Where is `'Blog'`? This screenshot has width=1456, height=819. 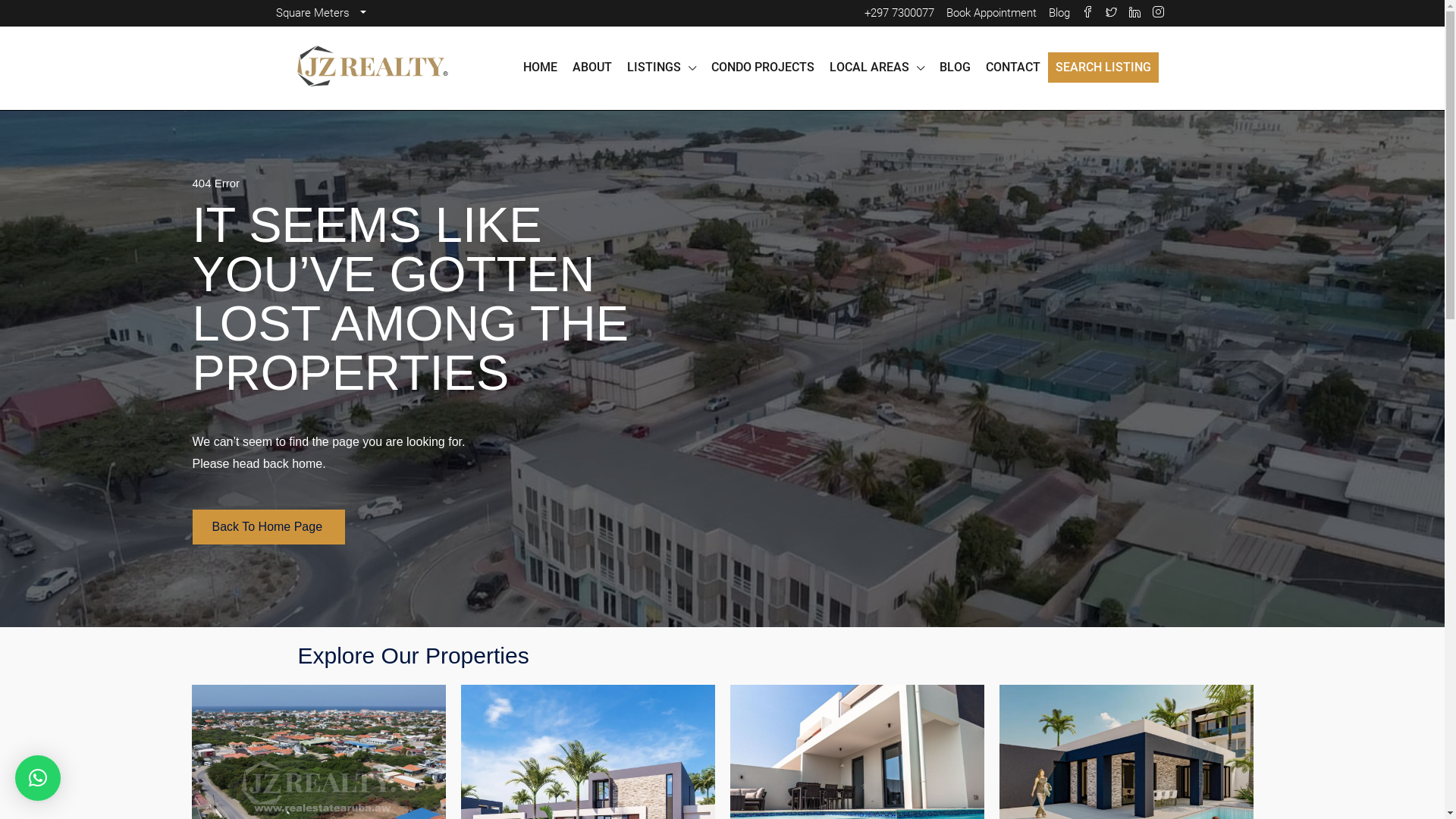 'Blog' is located at coordinates (1058, 13).